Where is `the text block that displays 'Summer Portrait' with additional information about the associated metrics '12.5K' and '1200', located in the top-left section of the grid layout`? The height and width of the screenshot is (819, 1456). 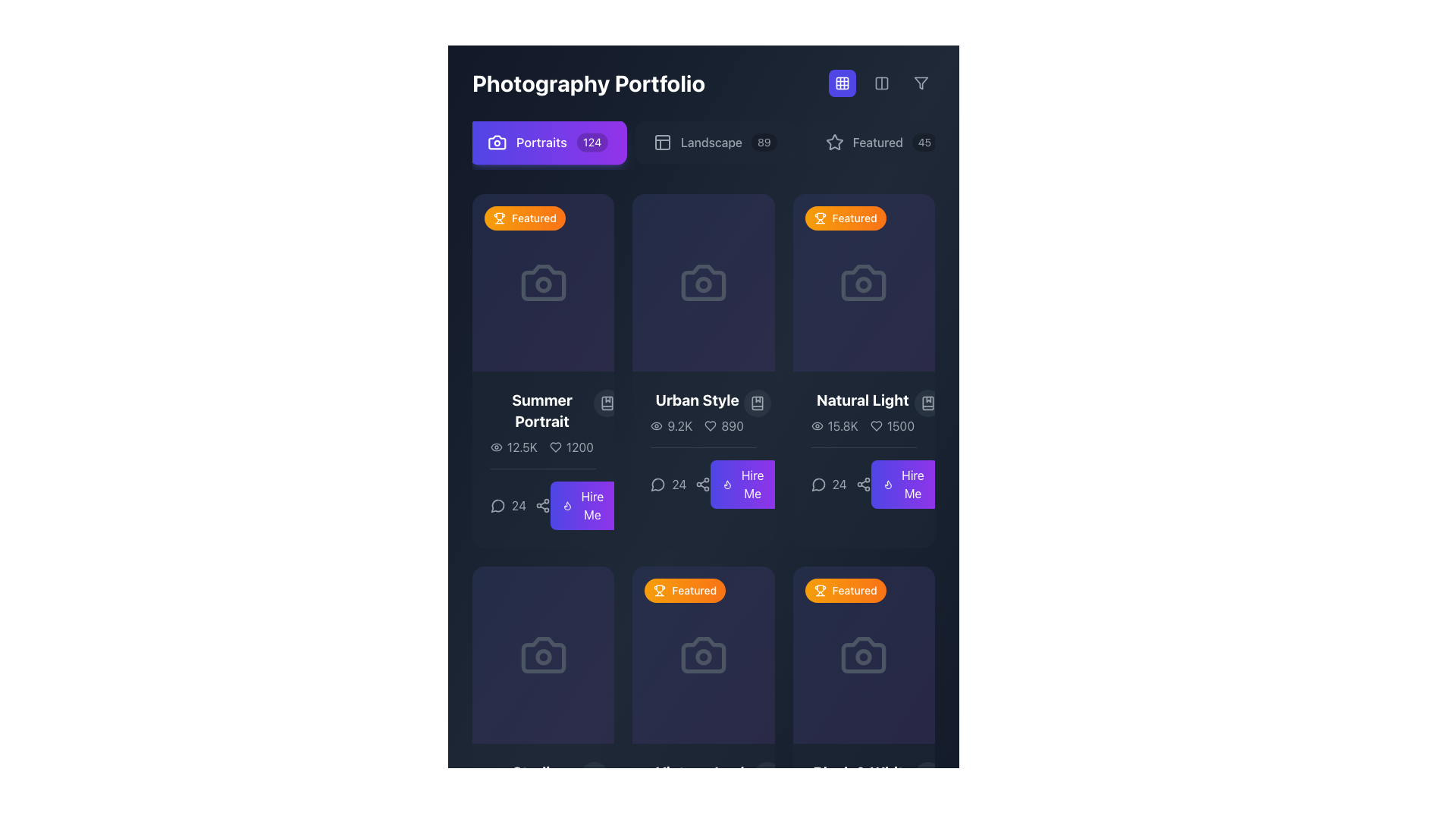
the text block that displays 'Summer Portrait' with additional information about the associated metrics '12.5K' and '1200', located in the top-left section of the grid layout is located at coordinates (543, 423).